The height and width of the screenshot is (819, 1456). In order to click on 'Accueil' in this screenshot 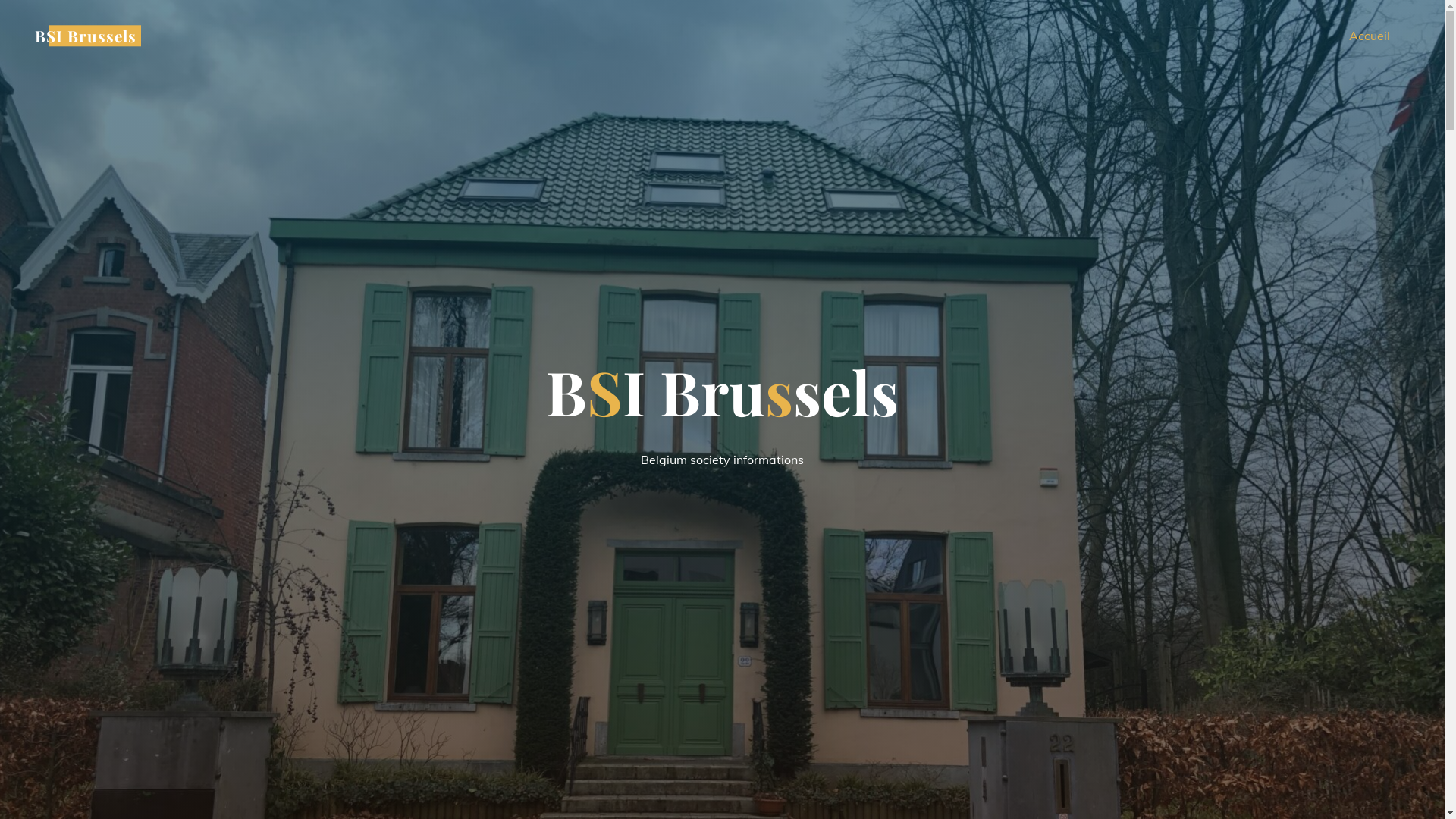, I will do `click(1369, 35)`.